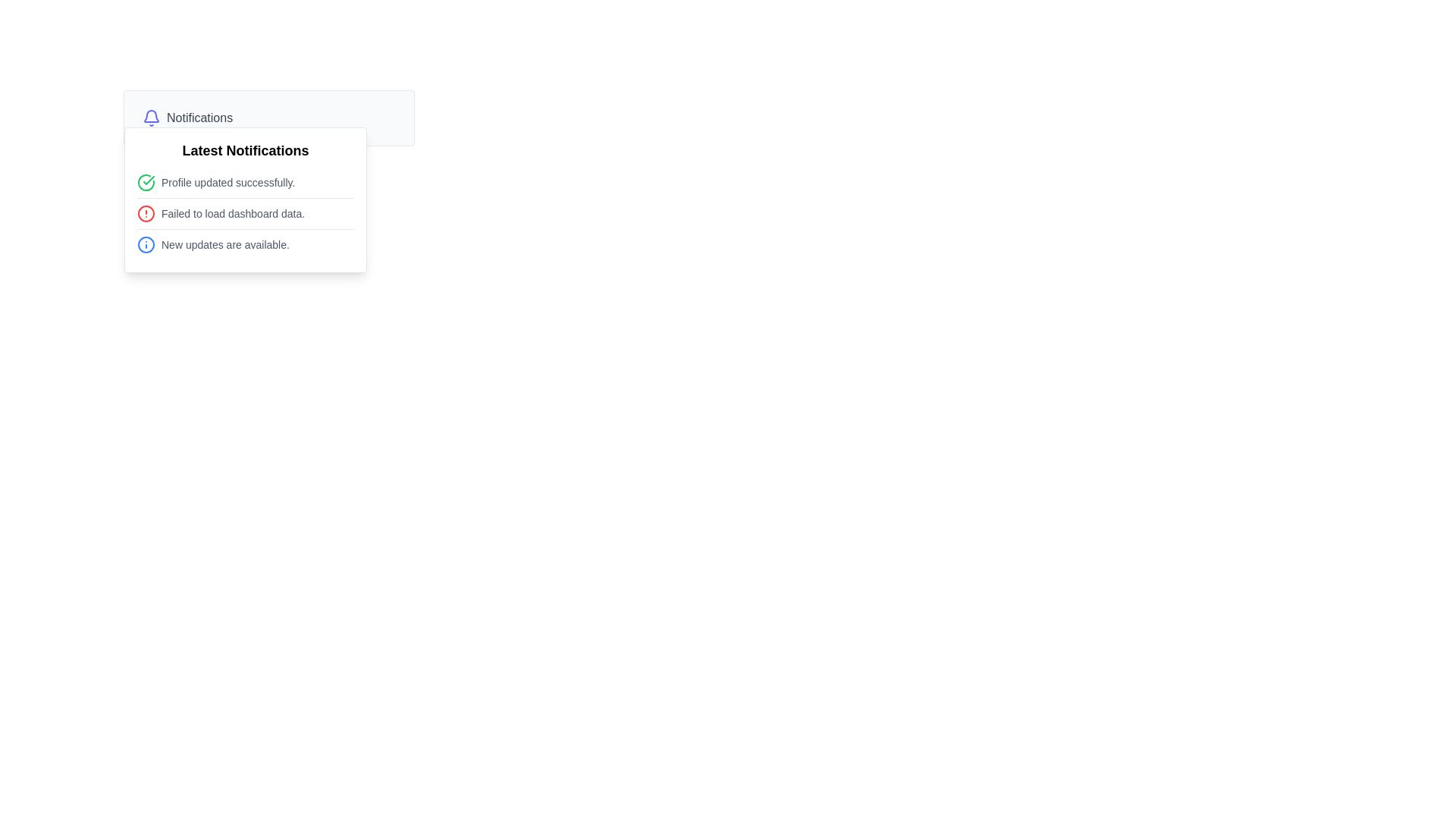 The width and height of the screenshot is (1456, 819). I want to click on the text label displaying 'Failed to load dashboard data.' in the notification pop-up, which is styled with a small gray font and positioned below 'Profile updated successfully', so click(232, 213).